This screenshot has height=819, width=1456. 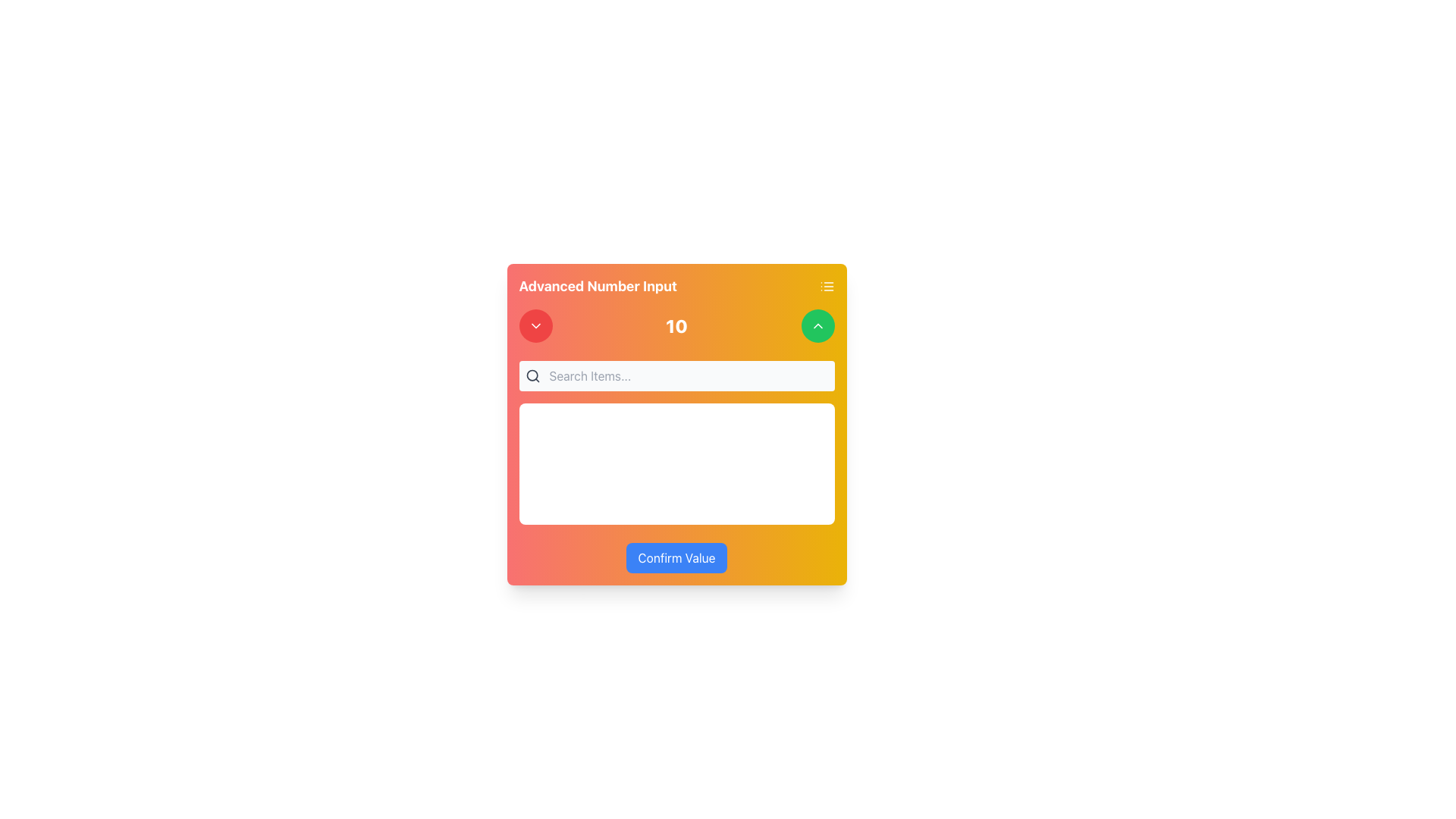 I want to click on the text component displaying the number '10', which is bold and large with a red to yellow-orange background, so click(x=676, y=325).